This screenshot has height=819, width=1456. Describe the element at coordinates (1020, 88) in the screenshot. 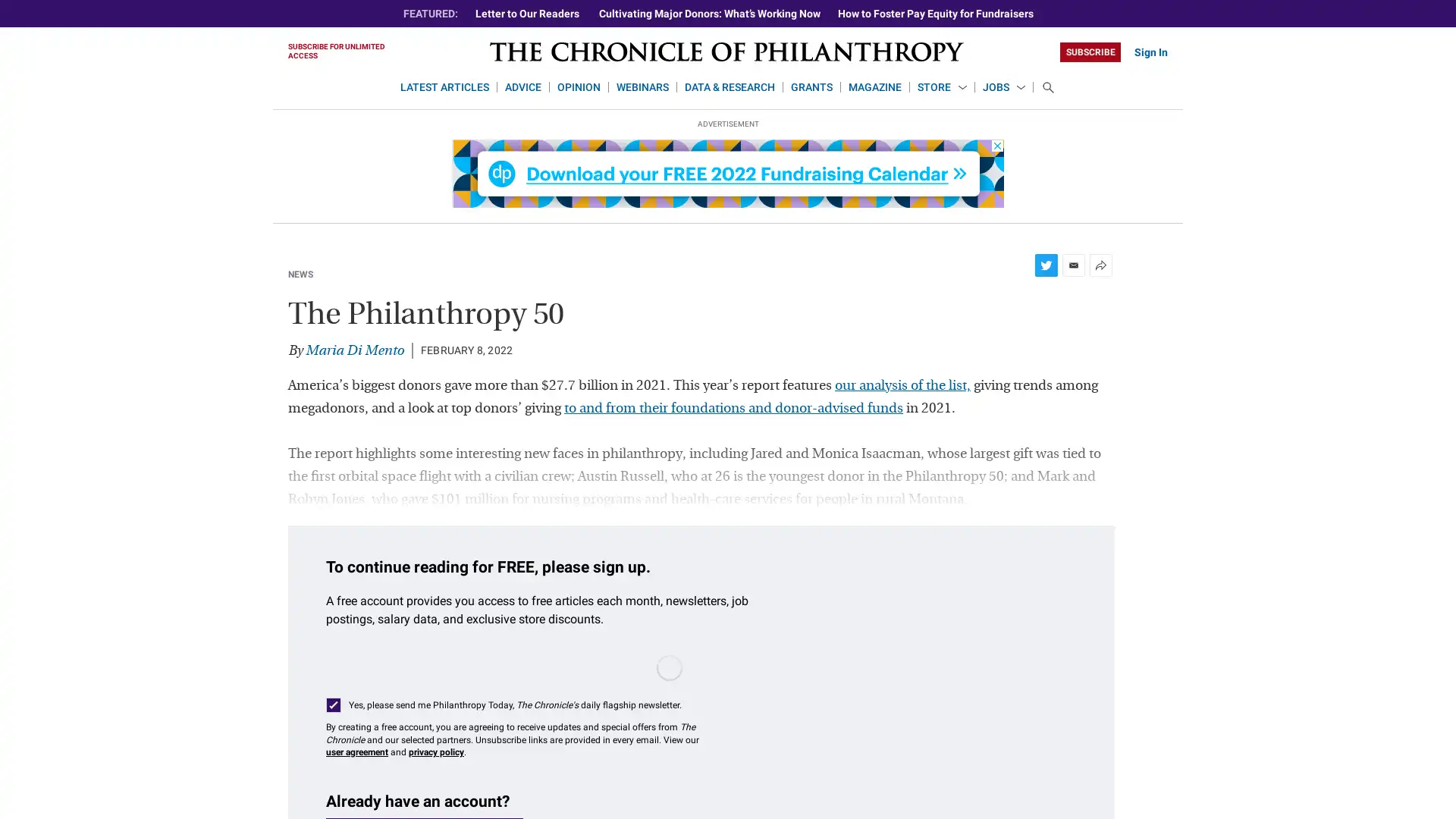

I see `Open Sub Navigation` at that location.